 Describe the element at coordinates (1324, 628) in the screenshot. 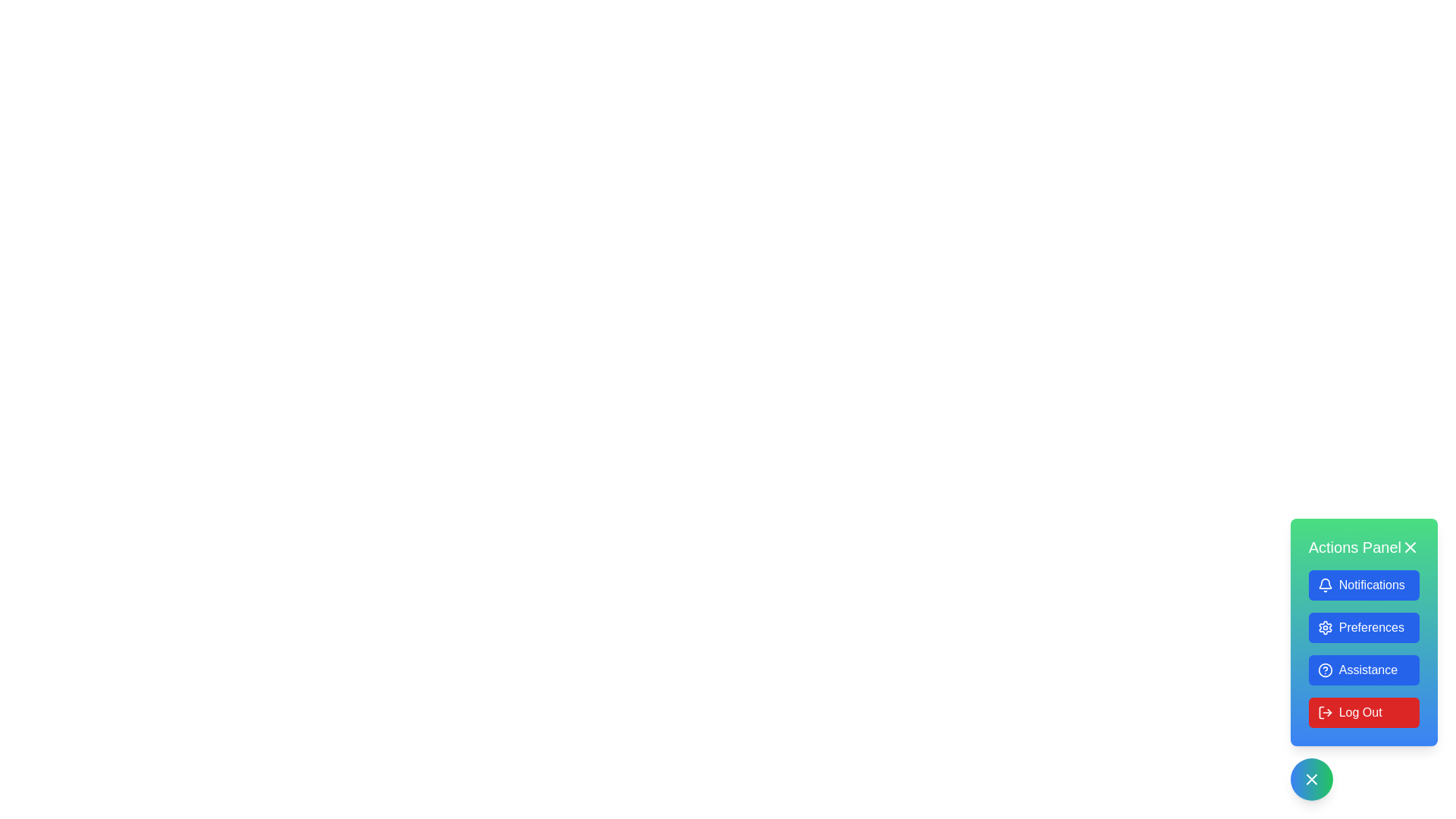

I see `on the gear icon embedded within the 'Preferences' button located on the left side of the button in the Actions Panel` at that location.